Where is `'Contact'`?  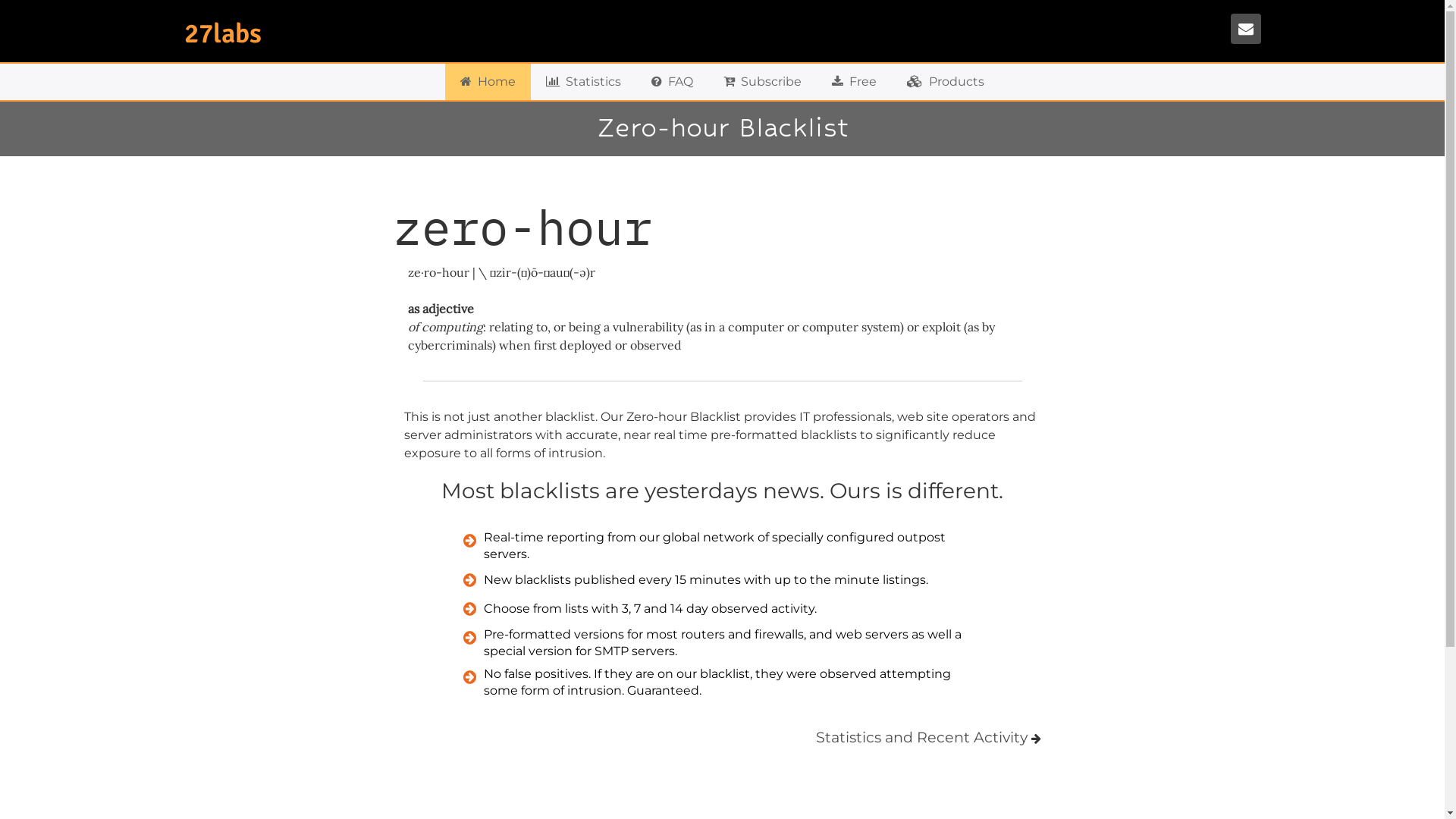 'Contact' is located at coordinates (1244, 29).